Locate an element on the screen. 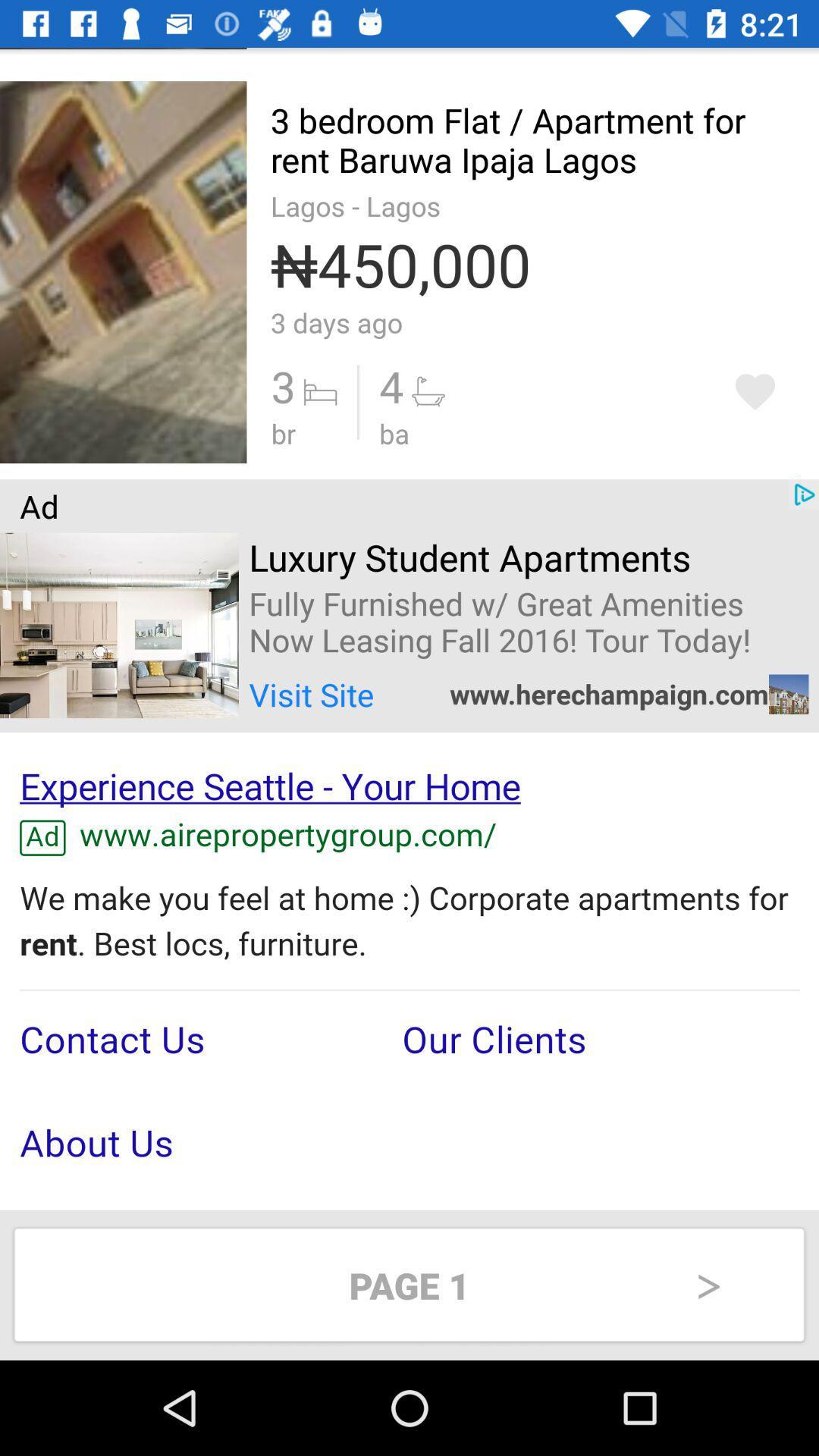  the option which indicates the bed symbol is located at coordinates (312, 402).